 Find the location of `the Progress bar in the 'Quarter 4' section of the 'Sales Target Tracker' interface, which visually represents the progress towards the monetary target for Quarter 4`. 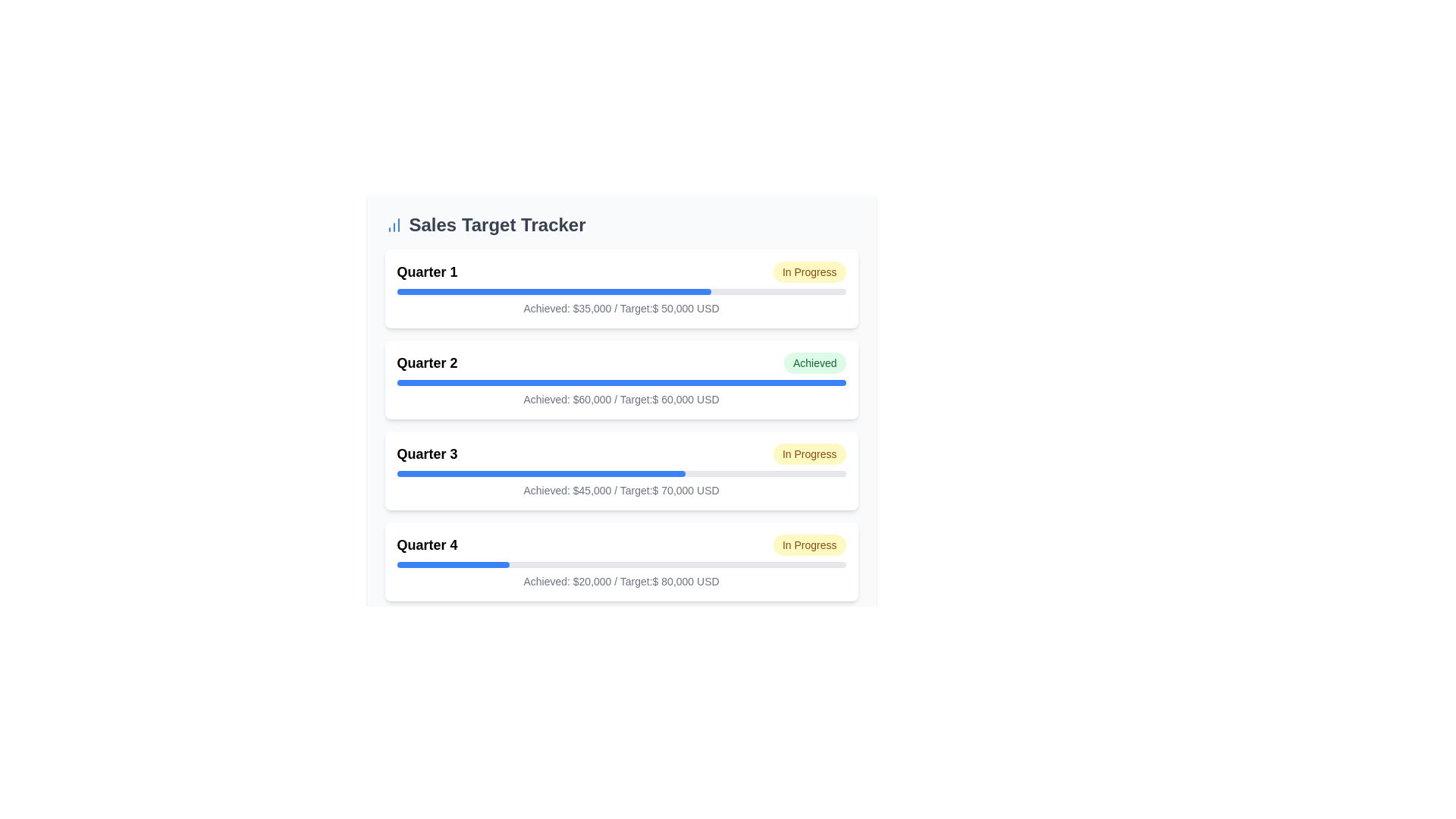

the Progress bar in the 'Quarter 4' section of the 'Sales Target Tracker' interface, which visually represents the progress towards the monetary target for Quarter 4 is located at coordinates (621, 564).